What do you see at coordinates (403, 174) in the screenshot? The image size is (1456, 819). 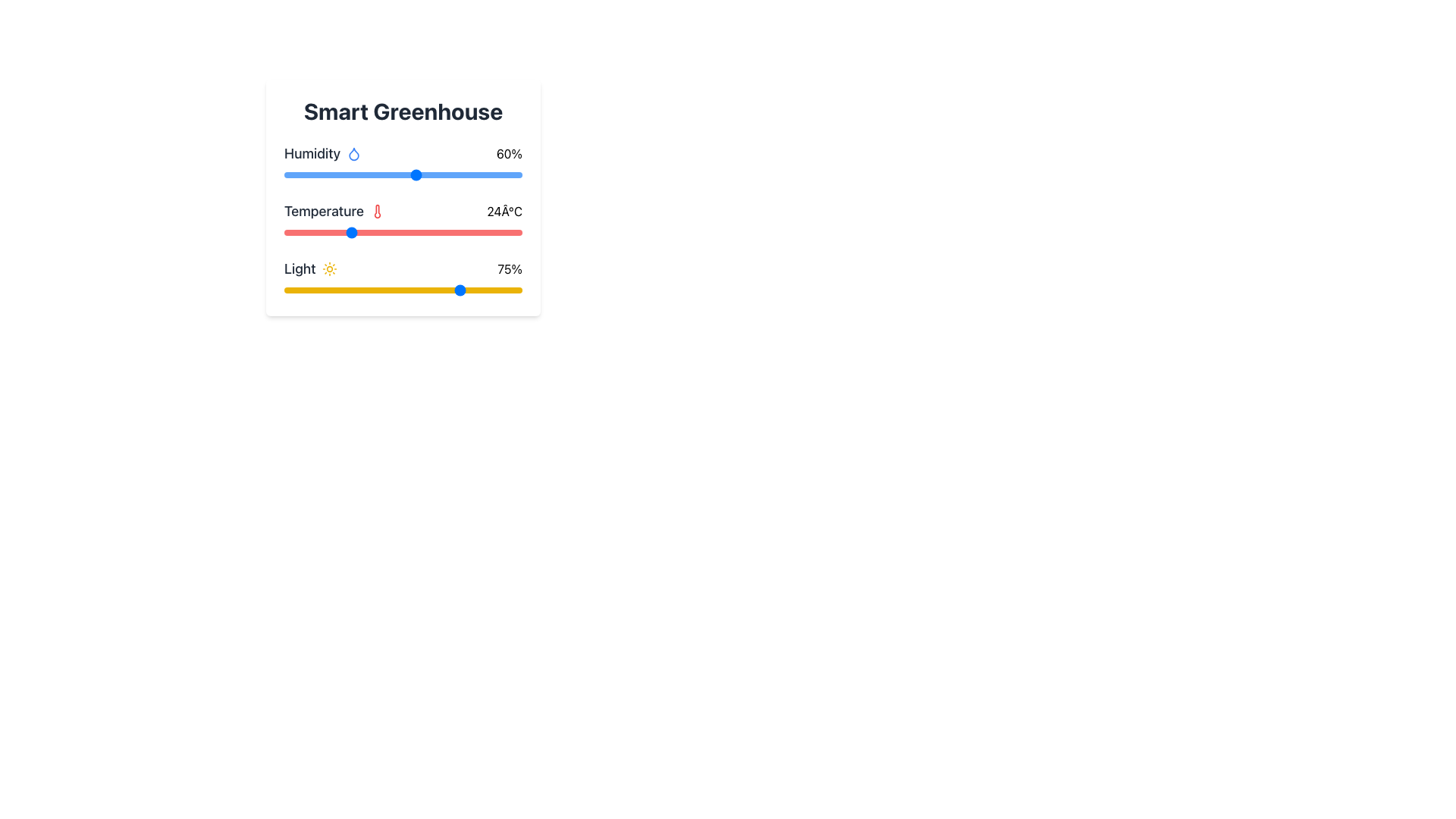 I see `the horizontal slider located in the 'Humidity 60%' section to set the humidity level` at bounding box center [403, 174].